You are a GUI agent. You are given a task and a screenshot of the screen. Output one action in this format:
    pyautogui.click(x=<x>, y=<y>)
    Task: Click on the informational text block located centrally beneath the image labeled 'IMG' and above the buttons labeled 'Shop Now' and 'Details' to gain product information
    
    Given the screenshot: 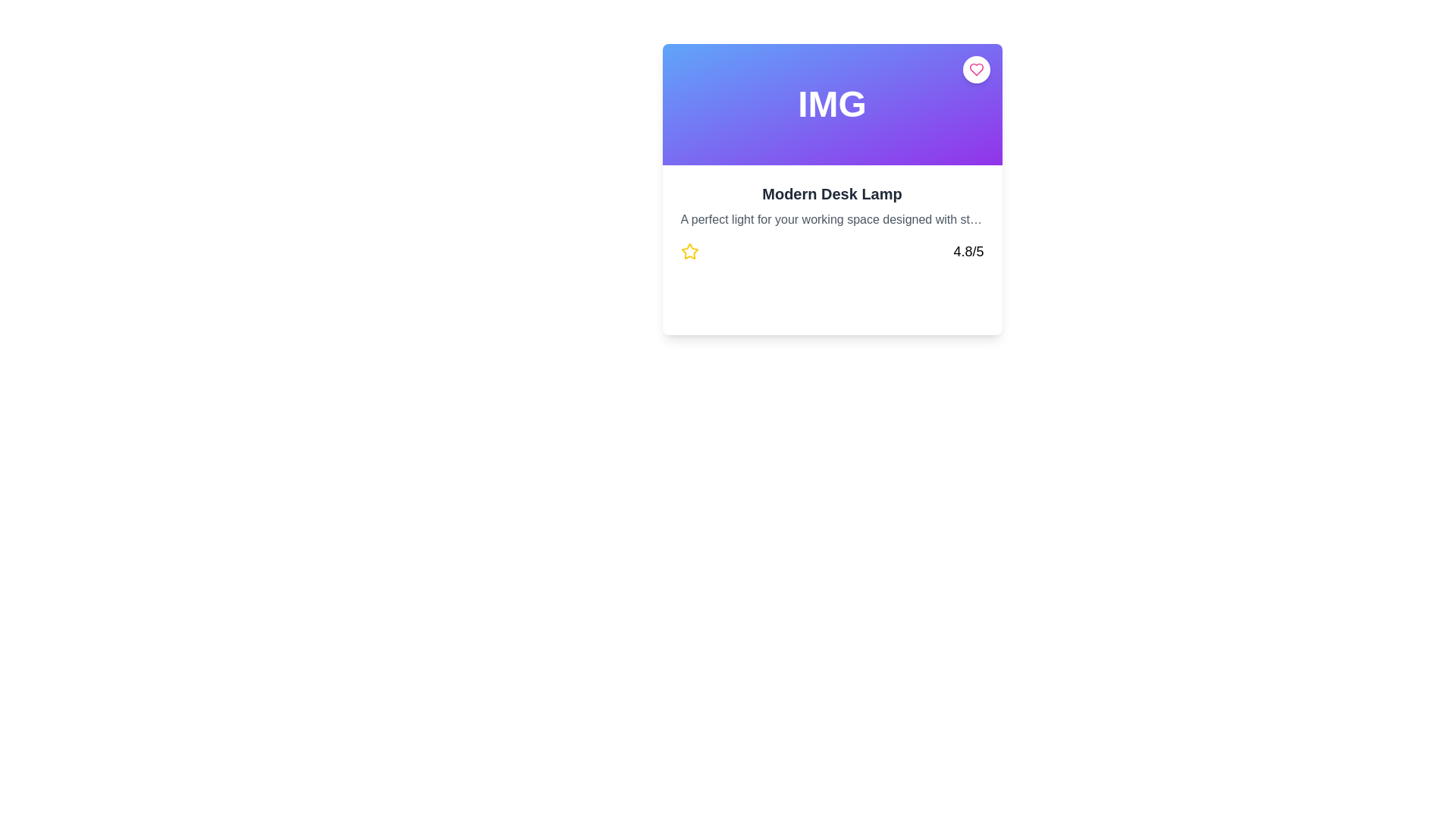 What is the action you would take?
    pyautogui.click(x=831, y=222)
    